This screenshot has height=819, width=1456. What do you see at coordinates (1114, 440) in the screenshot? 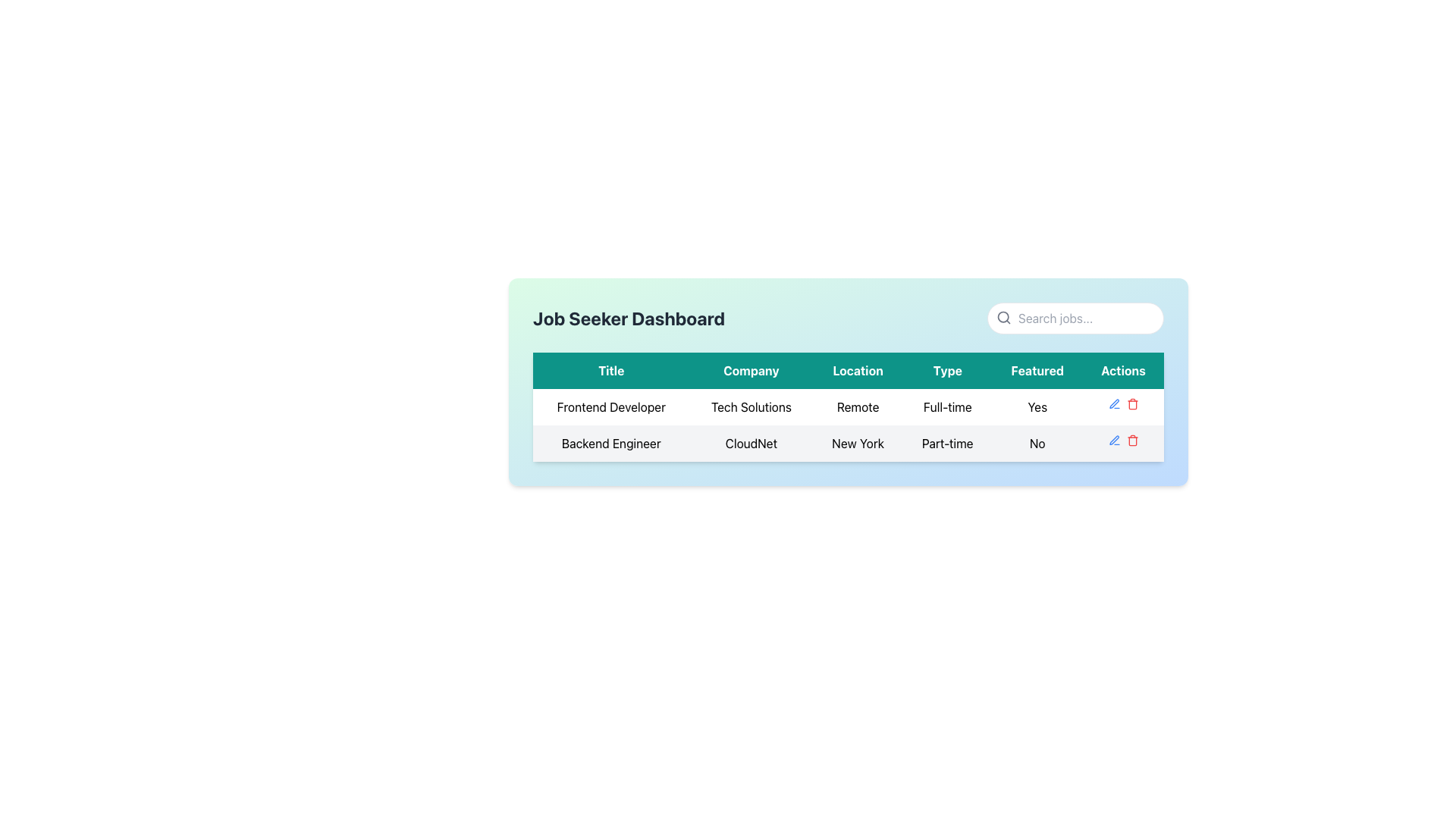
I see `the edit icon located in the actions column of the second row of the data table` at bounding box center [1114, 440].